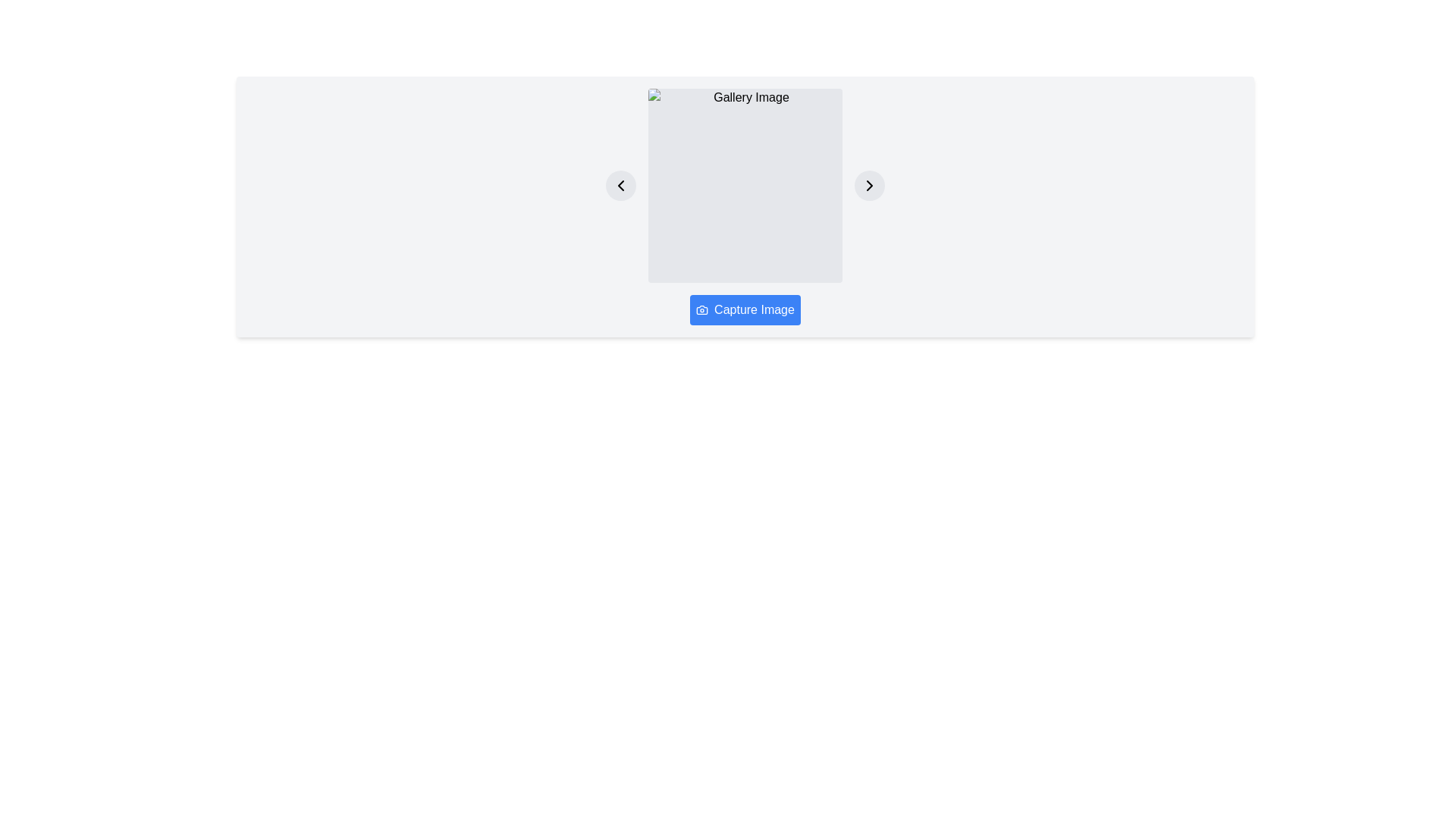 The height and width of the screenshot is (819, 1456). What do you see at coordinates (870, 185) in the screenshot?
I see `the circular button with a gray background and a black right-arrow icon` at bounding box center [870, 185].